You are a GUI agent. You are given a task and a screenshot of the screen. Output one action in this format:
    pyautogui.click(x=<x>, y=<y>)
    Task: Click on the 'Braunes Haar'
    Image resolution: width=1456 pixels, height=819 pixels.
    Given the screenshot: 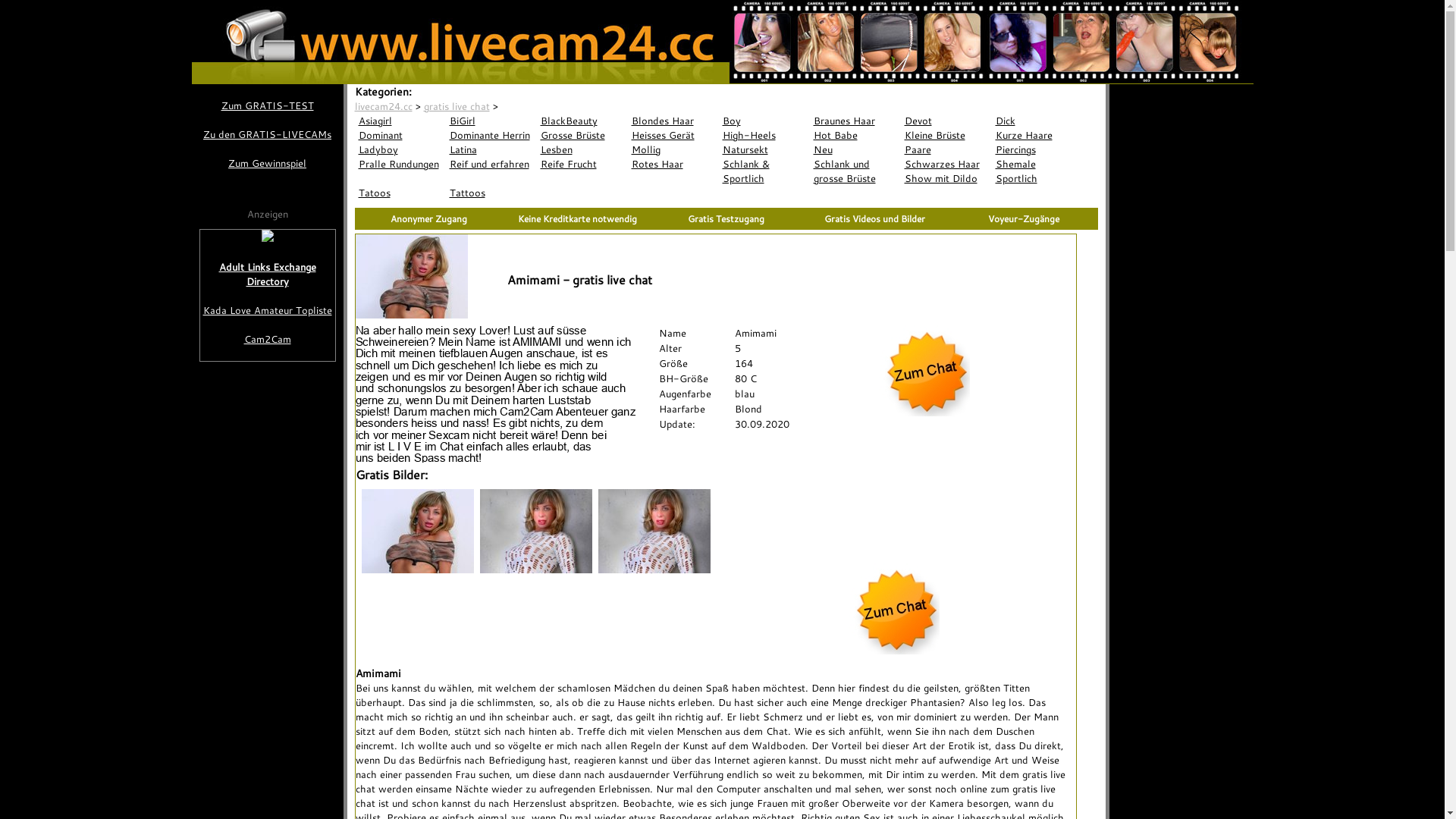 What is the action you would take?
    pyautogui.click(x=855, y=120)
    